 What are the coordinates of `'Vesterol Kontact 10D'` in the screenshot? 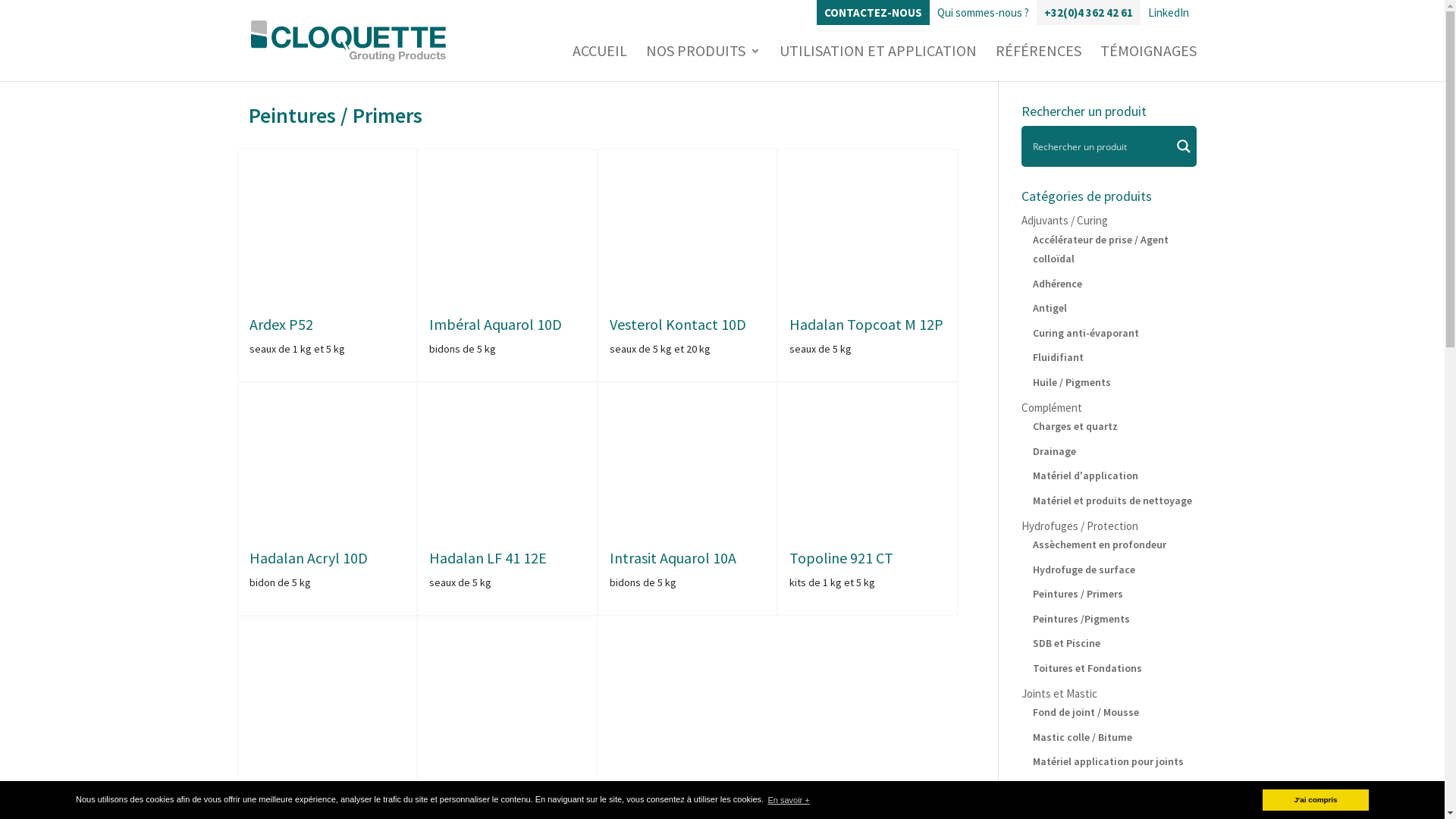 It's located at (676, 323).